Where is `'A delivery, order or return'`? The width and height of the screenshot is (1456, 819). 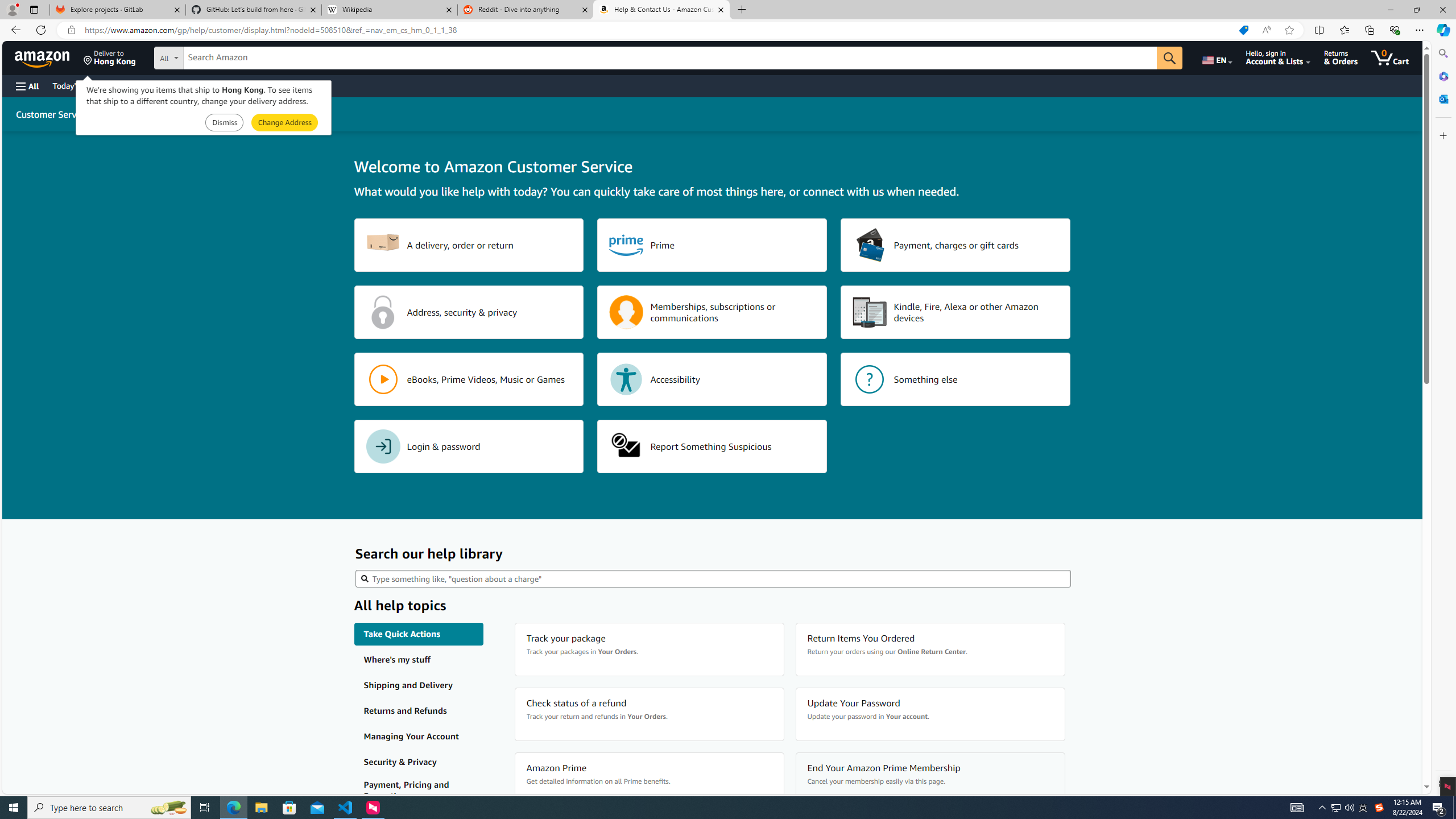 'A delivery, order or return' is located at coordinates (468, 245).